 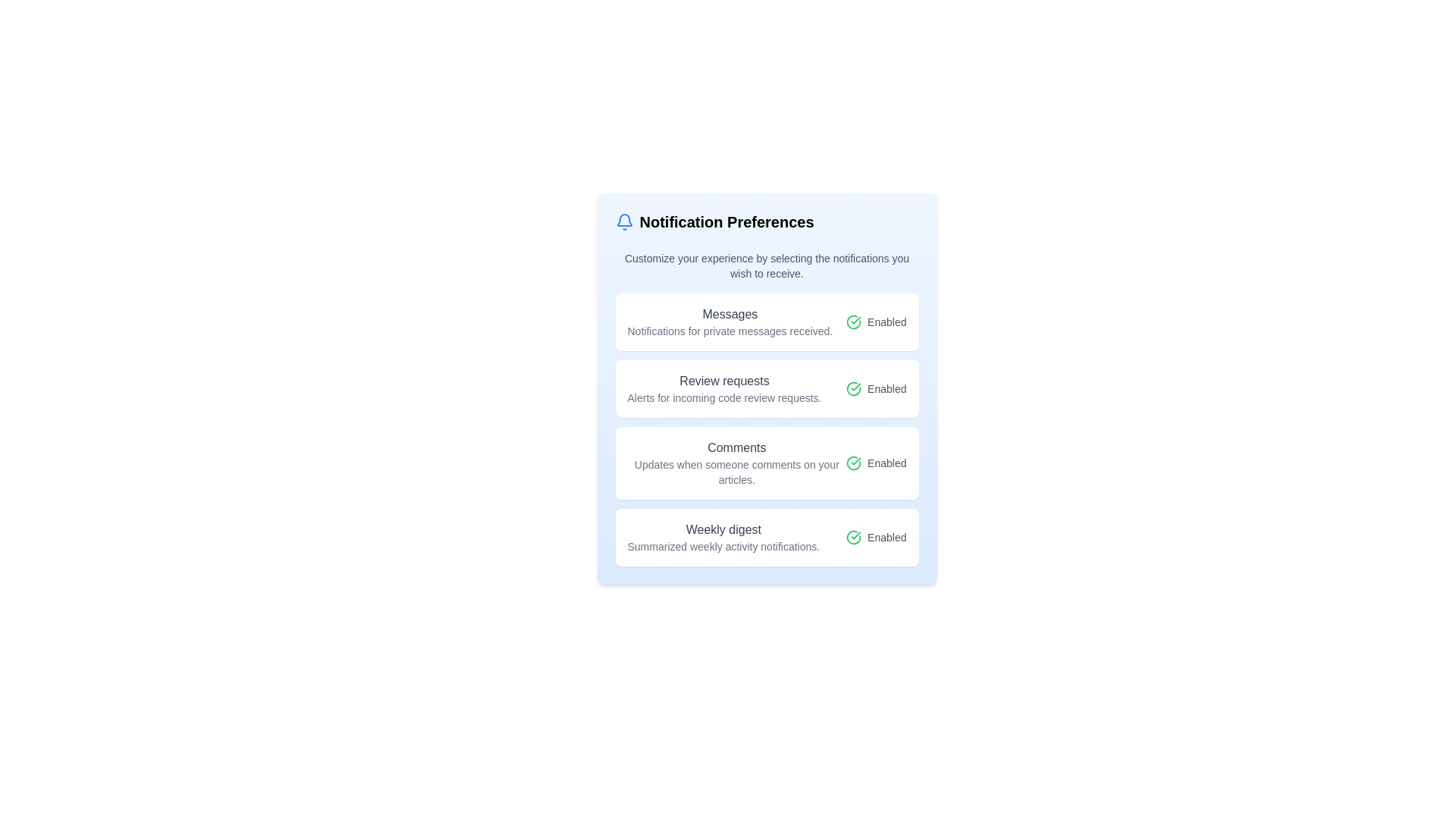 I want to click on detailed information presented in the toggleable notification setting for 'Messages', which is the first item in the vertical list under 'Notification Preferences', so click(x=767, y=321).